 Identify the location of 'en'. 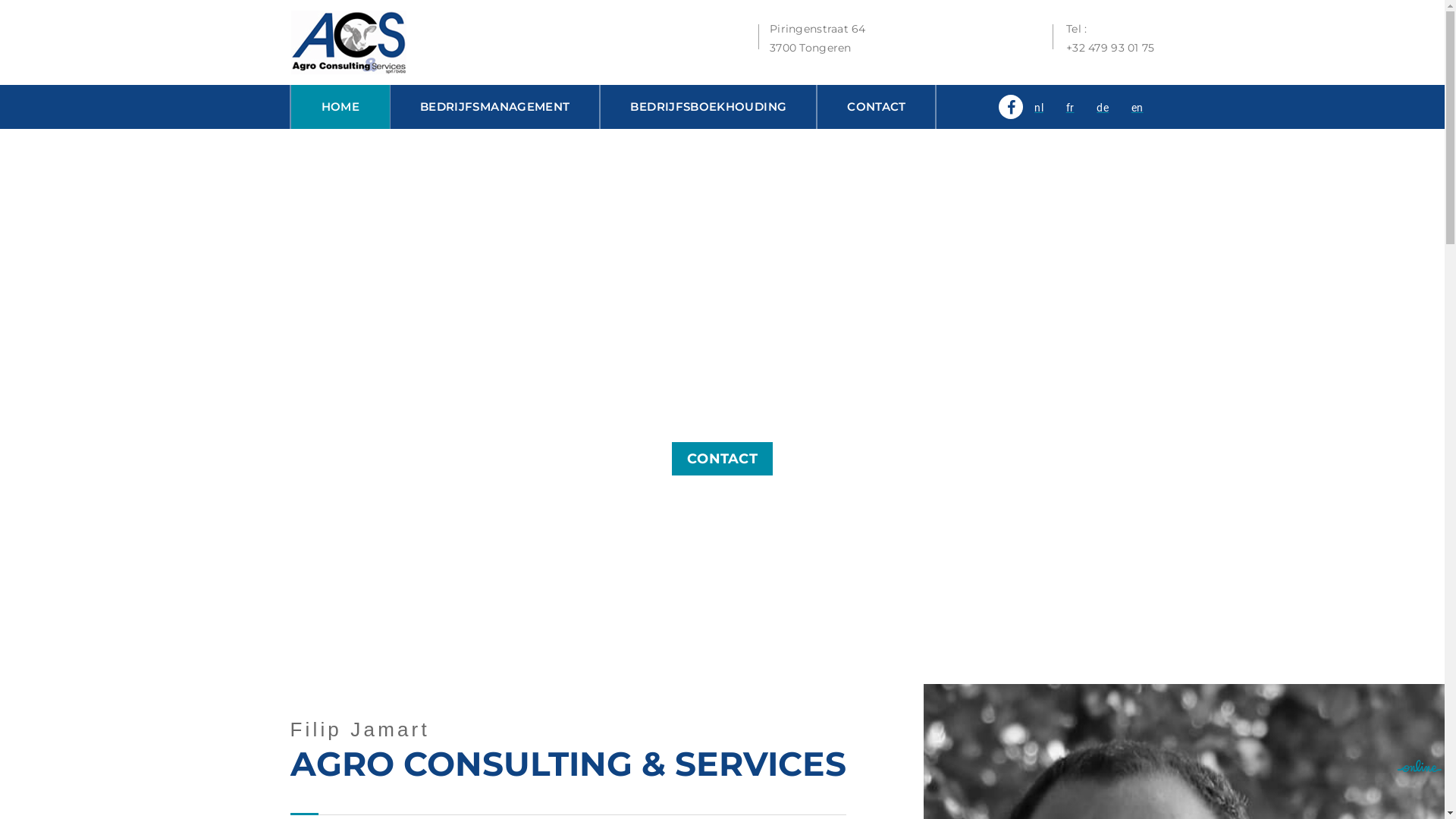
(1137, 107).